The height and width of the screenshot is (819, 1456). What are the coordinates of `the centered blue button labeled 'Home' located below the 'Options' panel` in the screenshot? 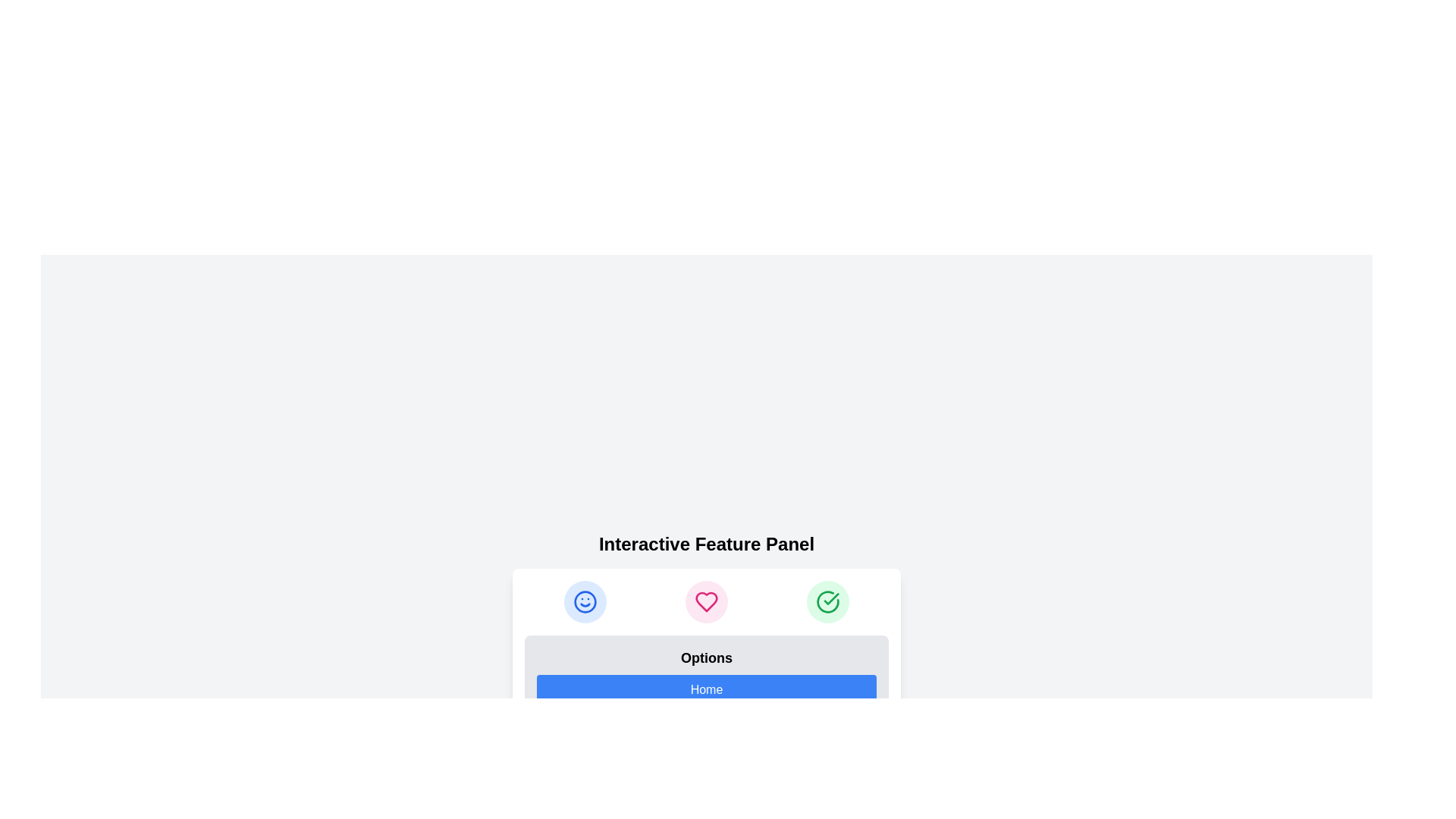 It's located at (705, 681).